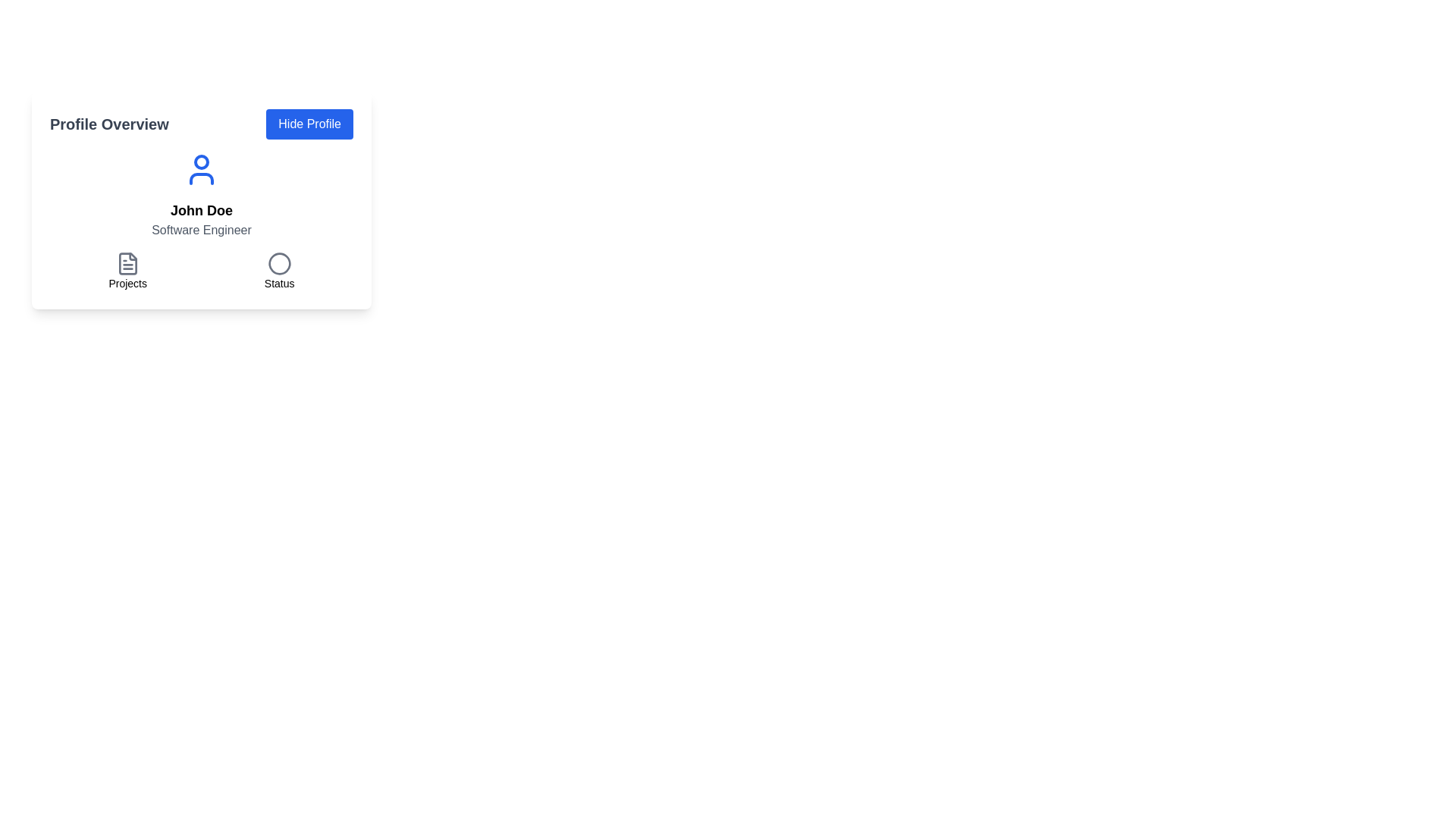  What do you see at coordinates (127, 284) in the screenshot?
I see `text label displaying 'Projects' which is positioned below a document icon in a vertical arrangement on the left side of the card layout` at bounding box center [127, 284].